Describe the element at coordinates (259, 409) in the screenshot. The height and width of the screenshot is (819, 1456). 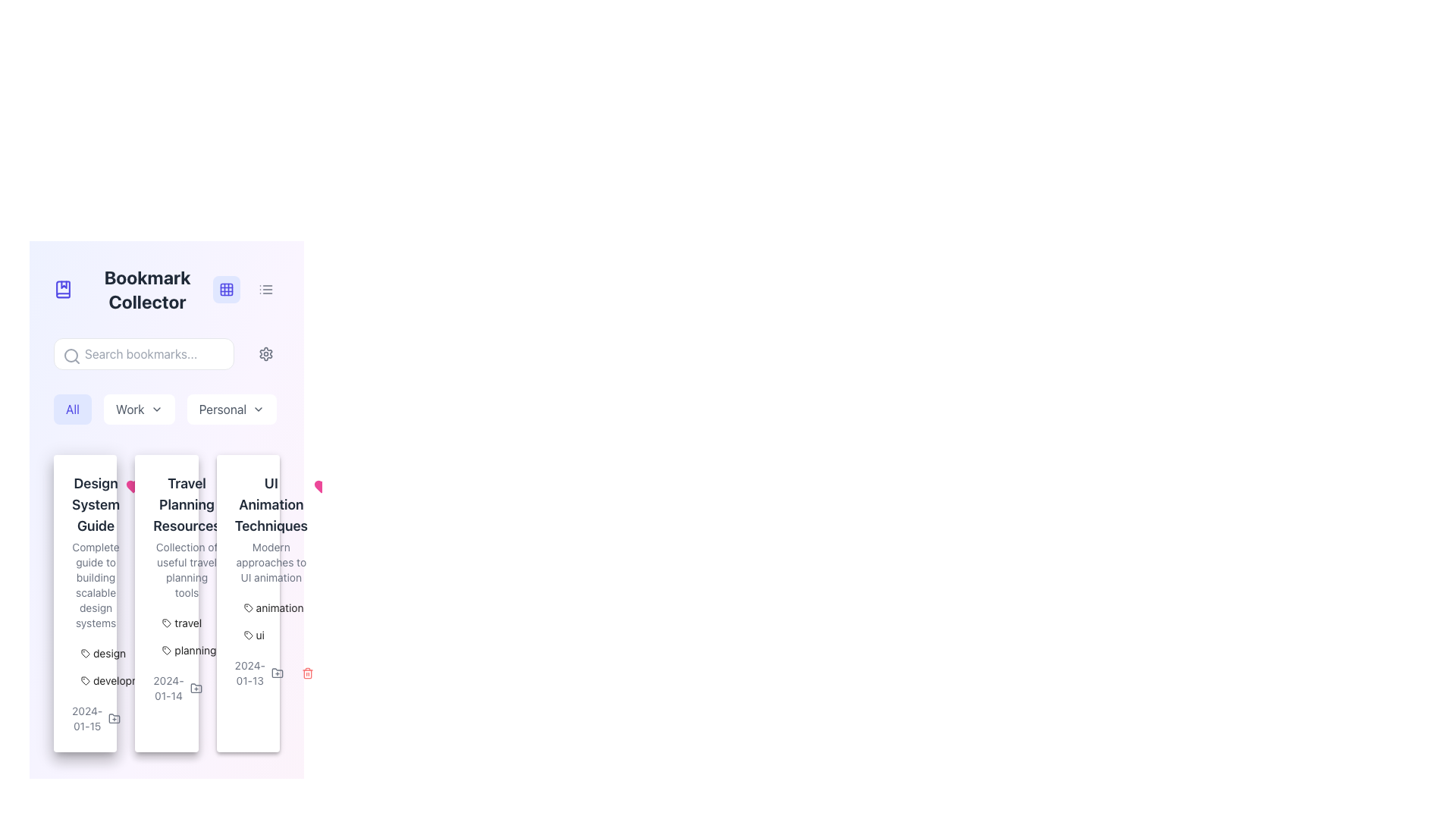
I see `the small downward-facing chevron icon located to the right of the text labeled 'Personal'` at that location.